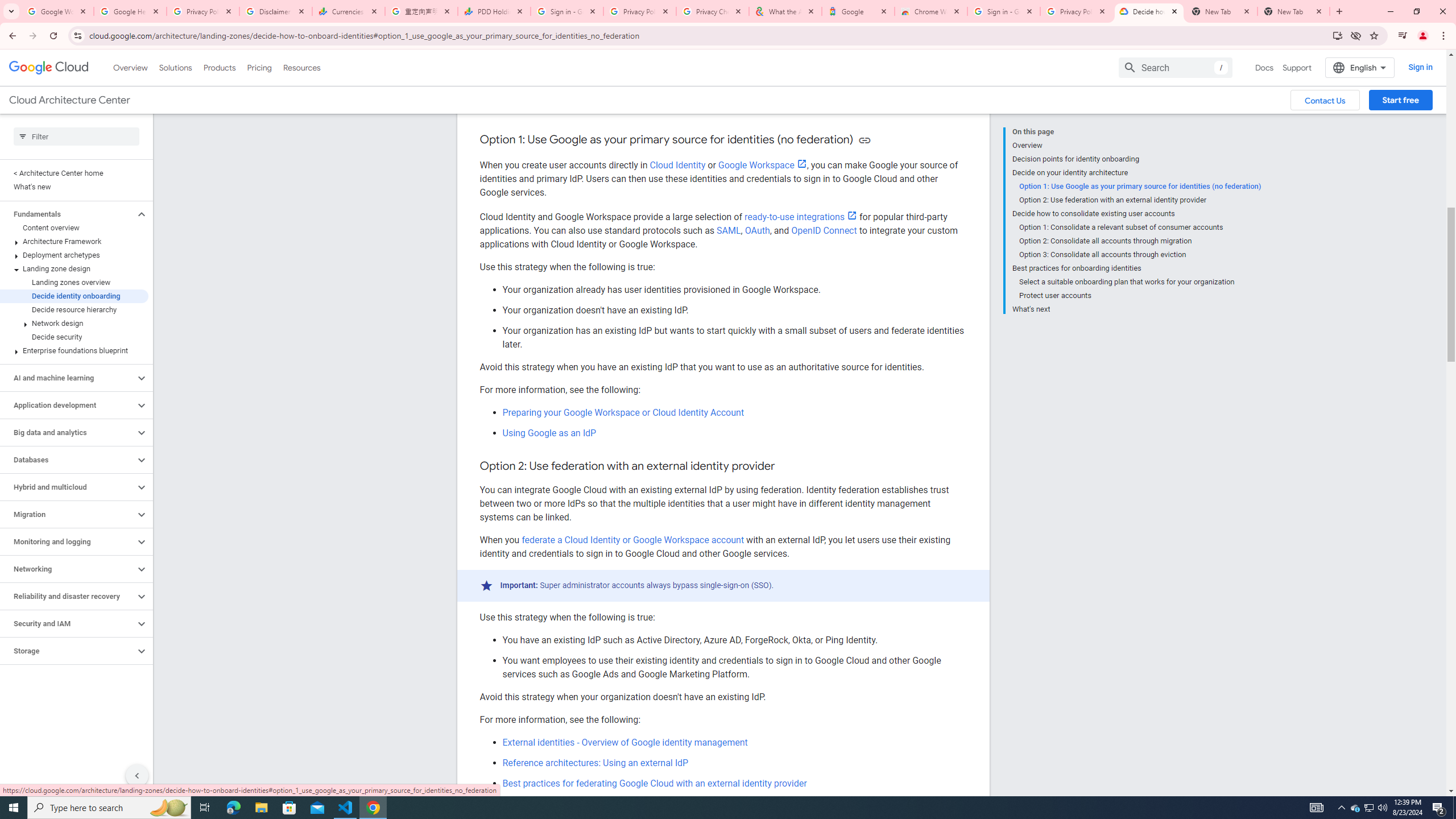  What do you see at coordinates (74, 241) in the screenshot?
I see `'Architecture Framework'` at bounding box center [74, 241].